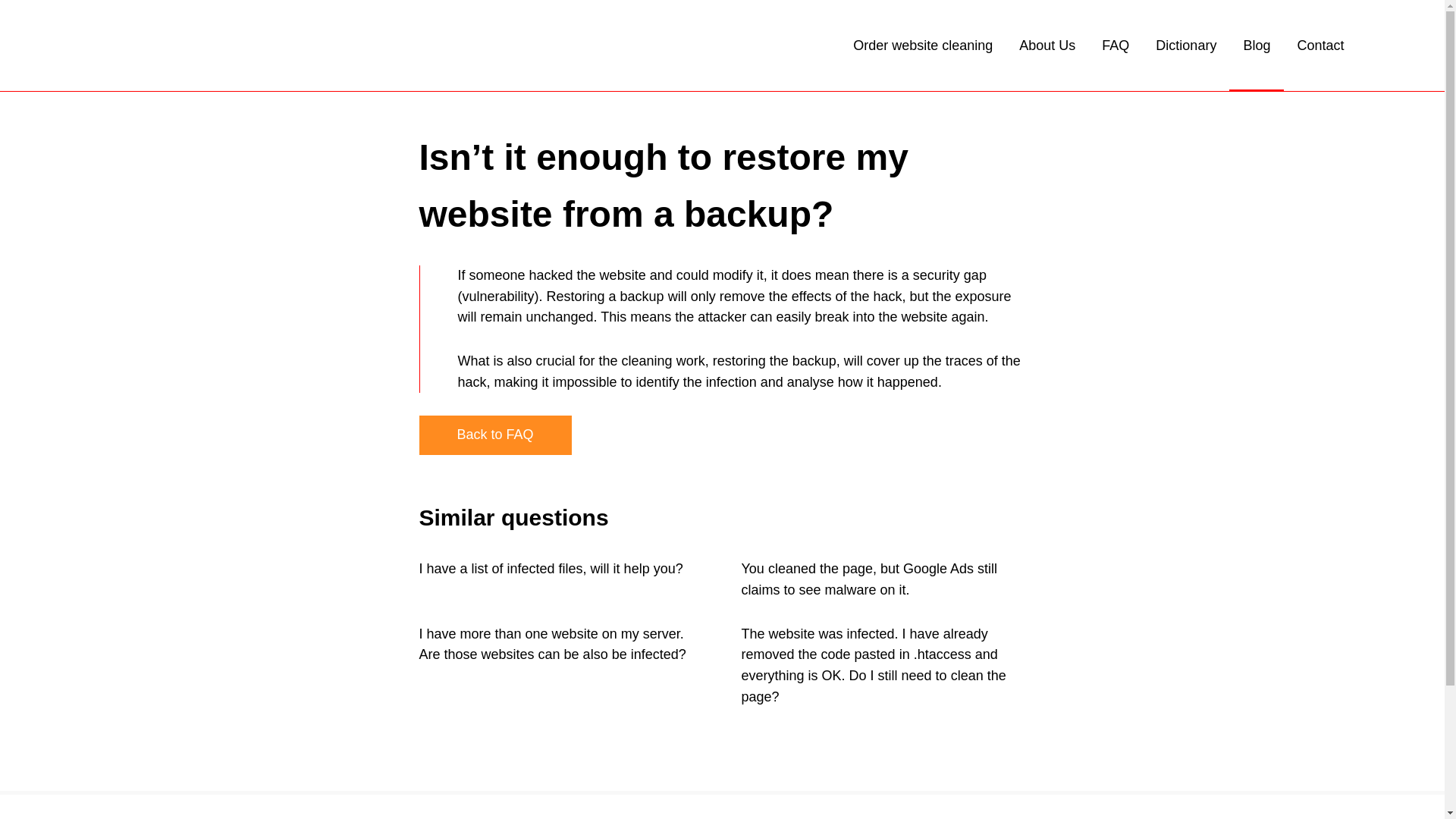 The height and width of the screenshot is (819, 1456). I want to click on 'Blog', so click(1256, 45).